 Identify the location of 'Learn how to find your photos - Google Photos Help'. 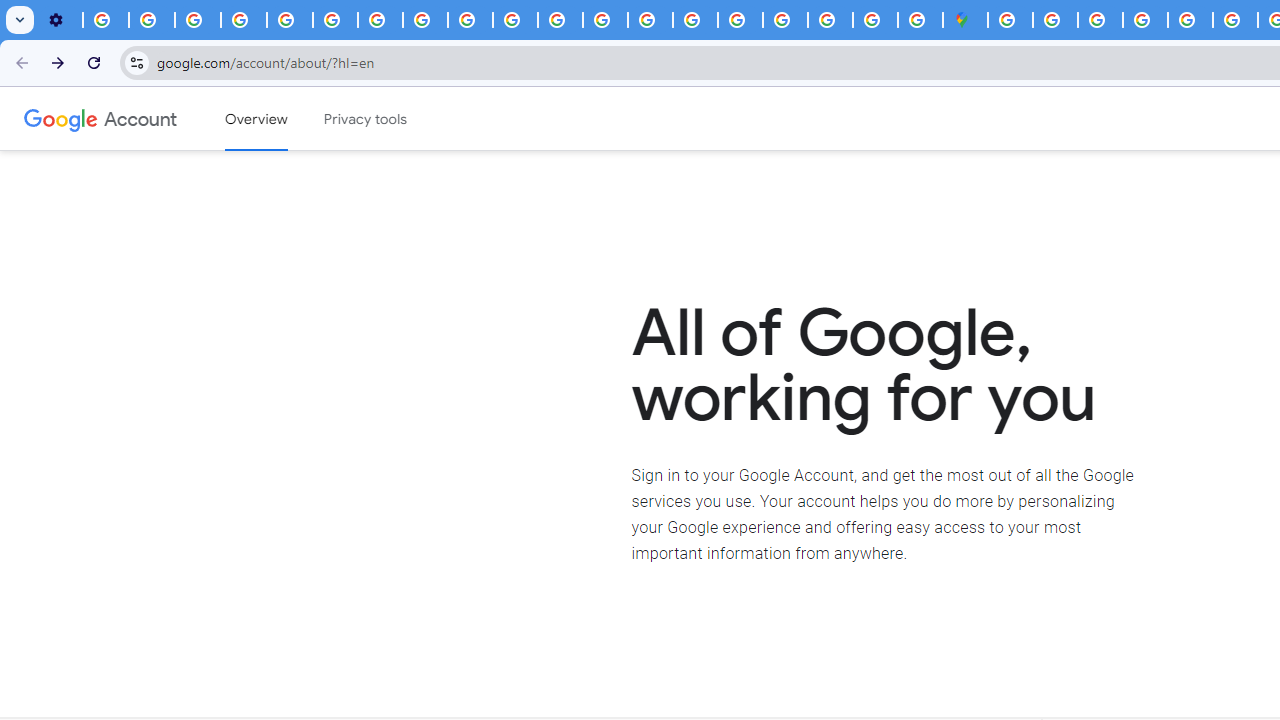
(151, 20).